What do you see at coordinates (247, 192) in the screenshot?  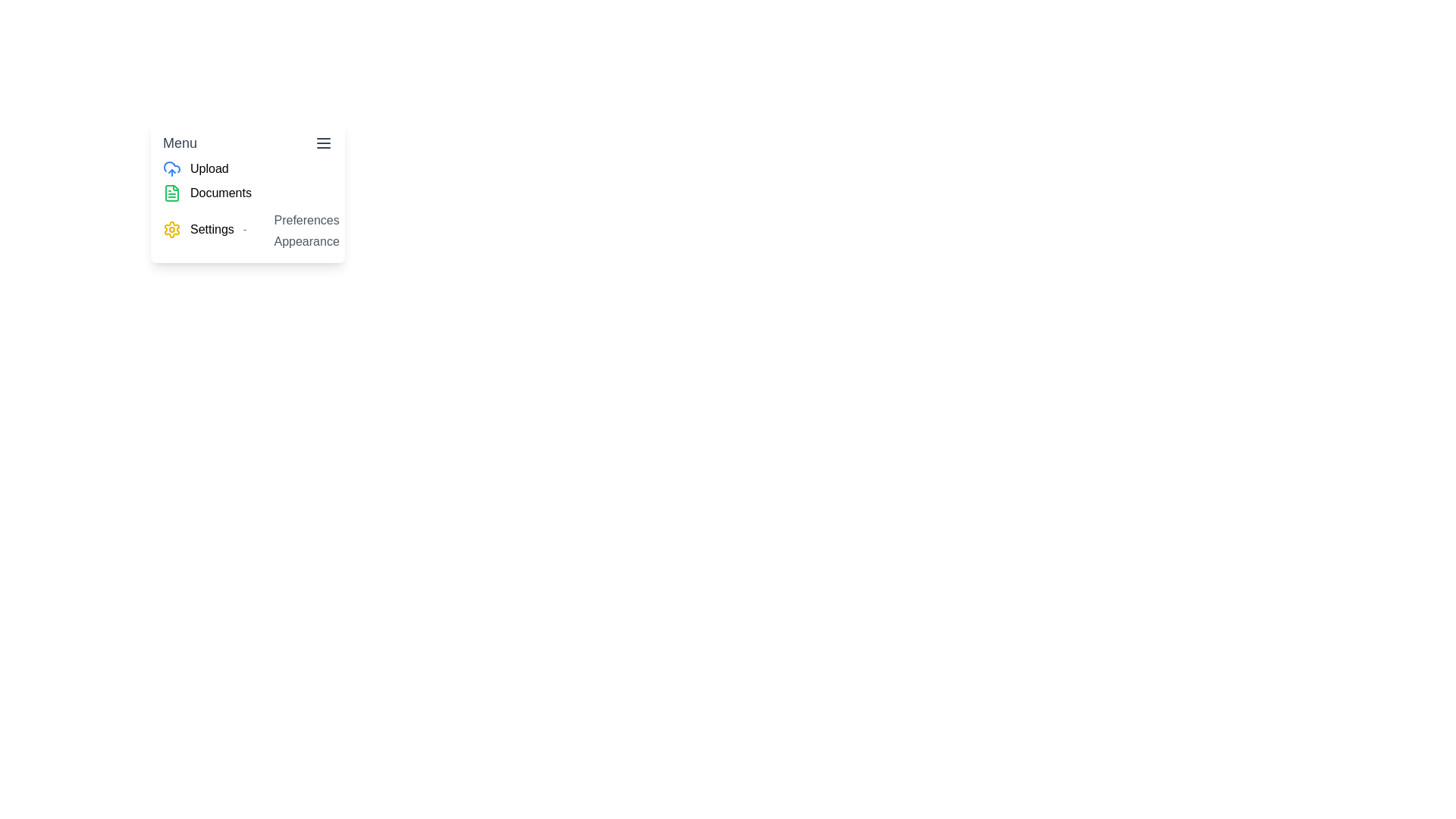 I see `the 'Documents' menu item located directly below the 'Upload' menu item in the vertical stack of menu options` at bounding box center [247, 192].